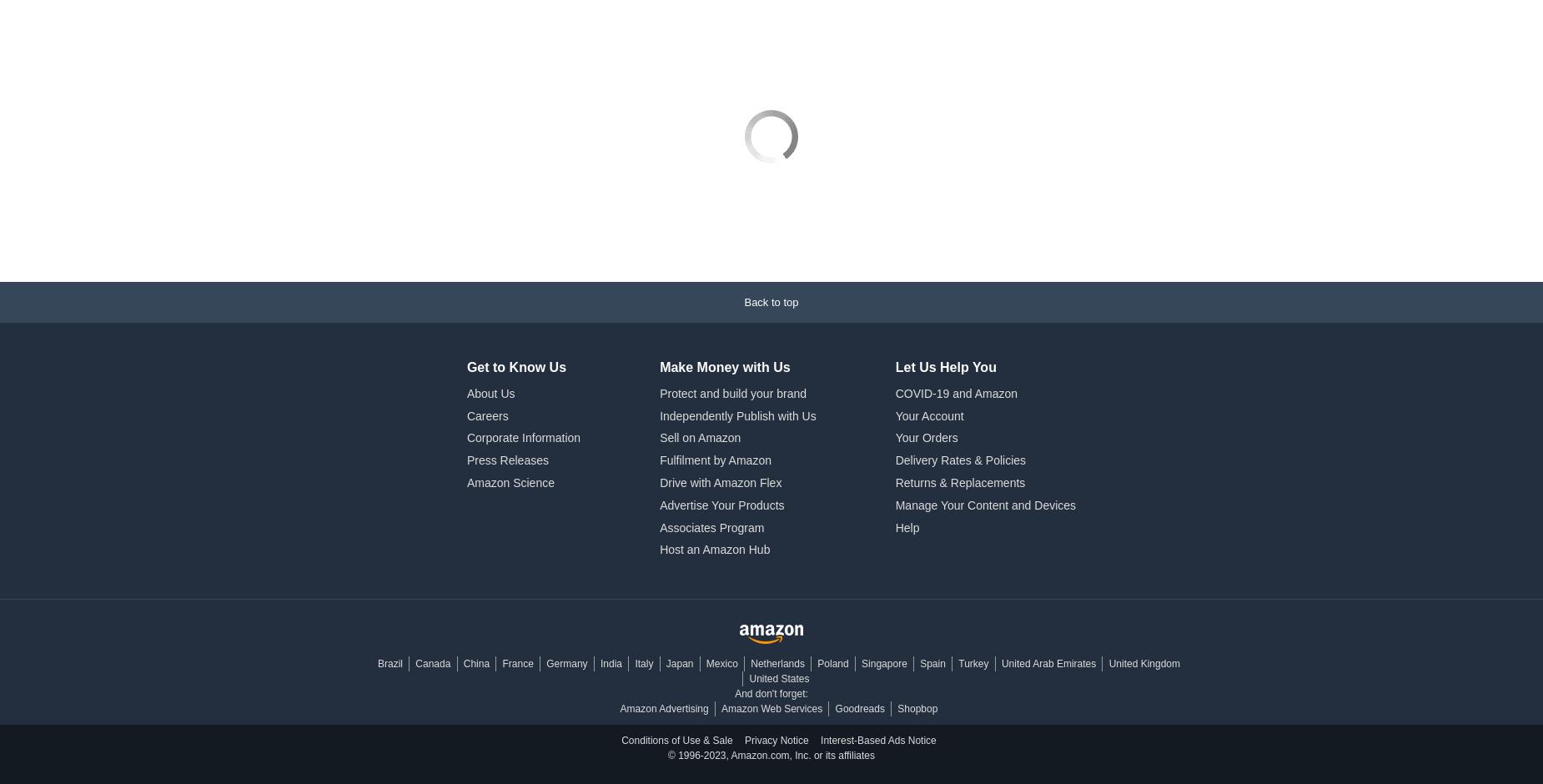 This screenshot has height=784, width=1543. What do you see at coordinates (834, 615) in the screenshot?
I see `'Goodreads'` at bounding box center [834, 615].